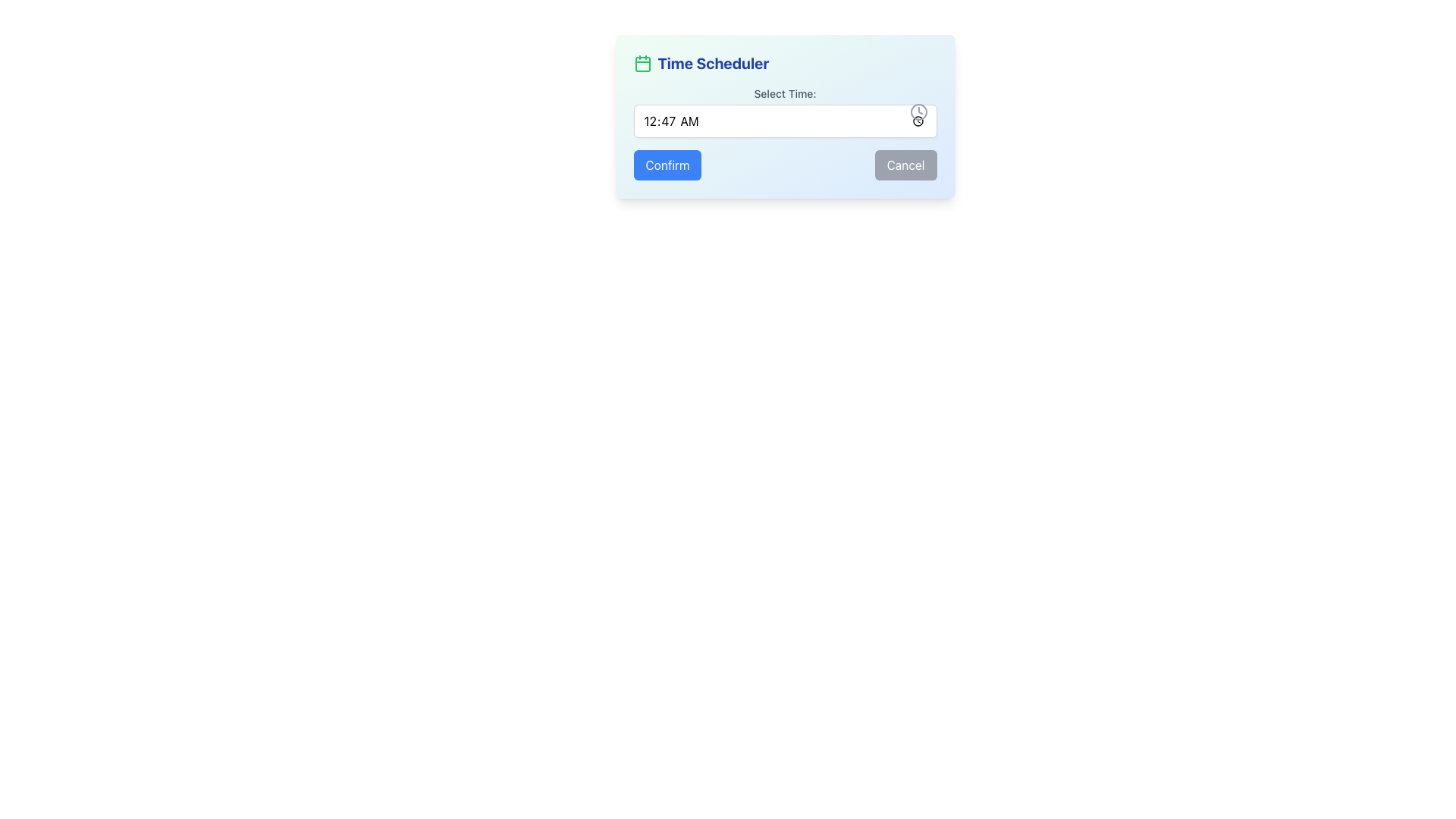 The image size is (1456, 819). Describe the element at coordinates (918, 111) in the screenshot. I see `the clock icon with a minimalistic black outline, located on the far right side of the input field labeled 'Select Time:', next to the text '12:47 AM'` at that location.